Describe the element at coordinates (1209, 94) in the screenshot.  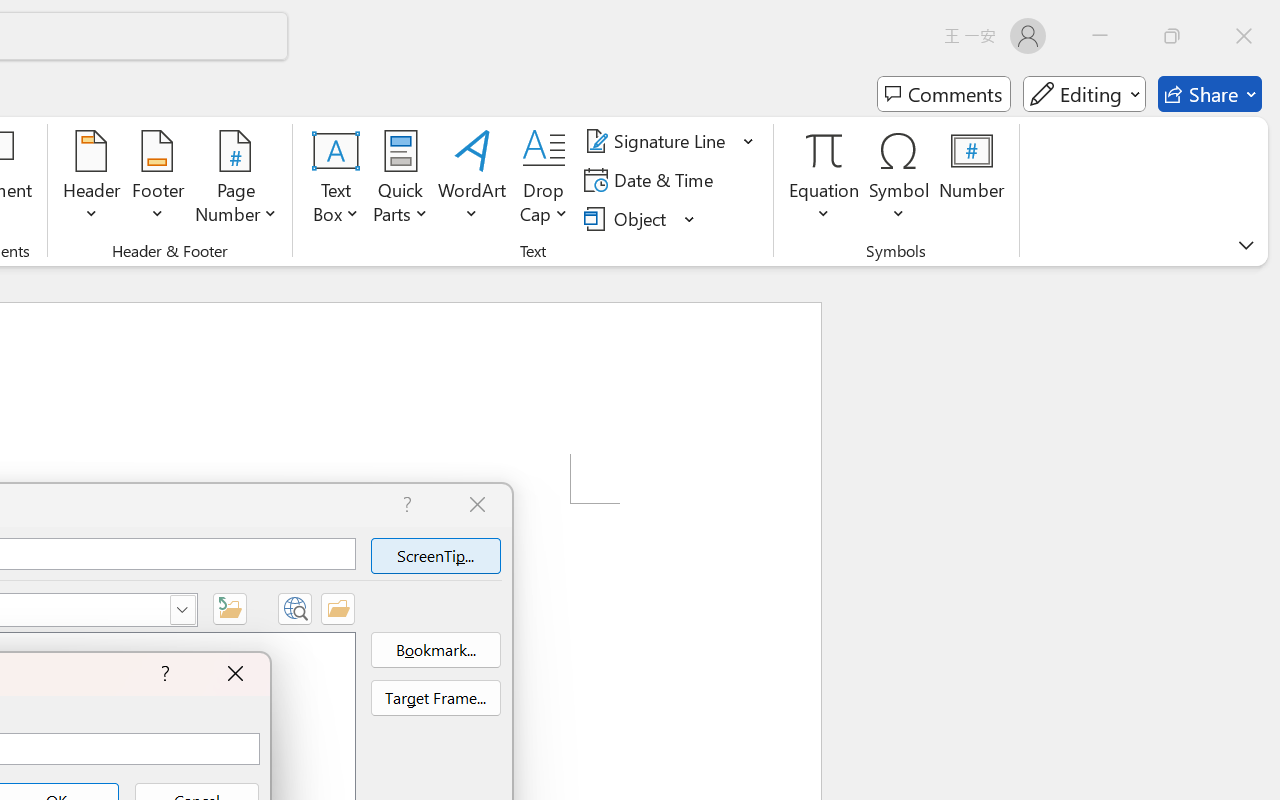
I see `'Share'` at that location.